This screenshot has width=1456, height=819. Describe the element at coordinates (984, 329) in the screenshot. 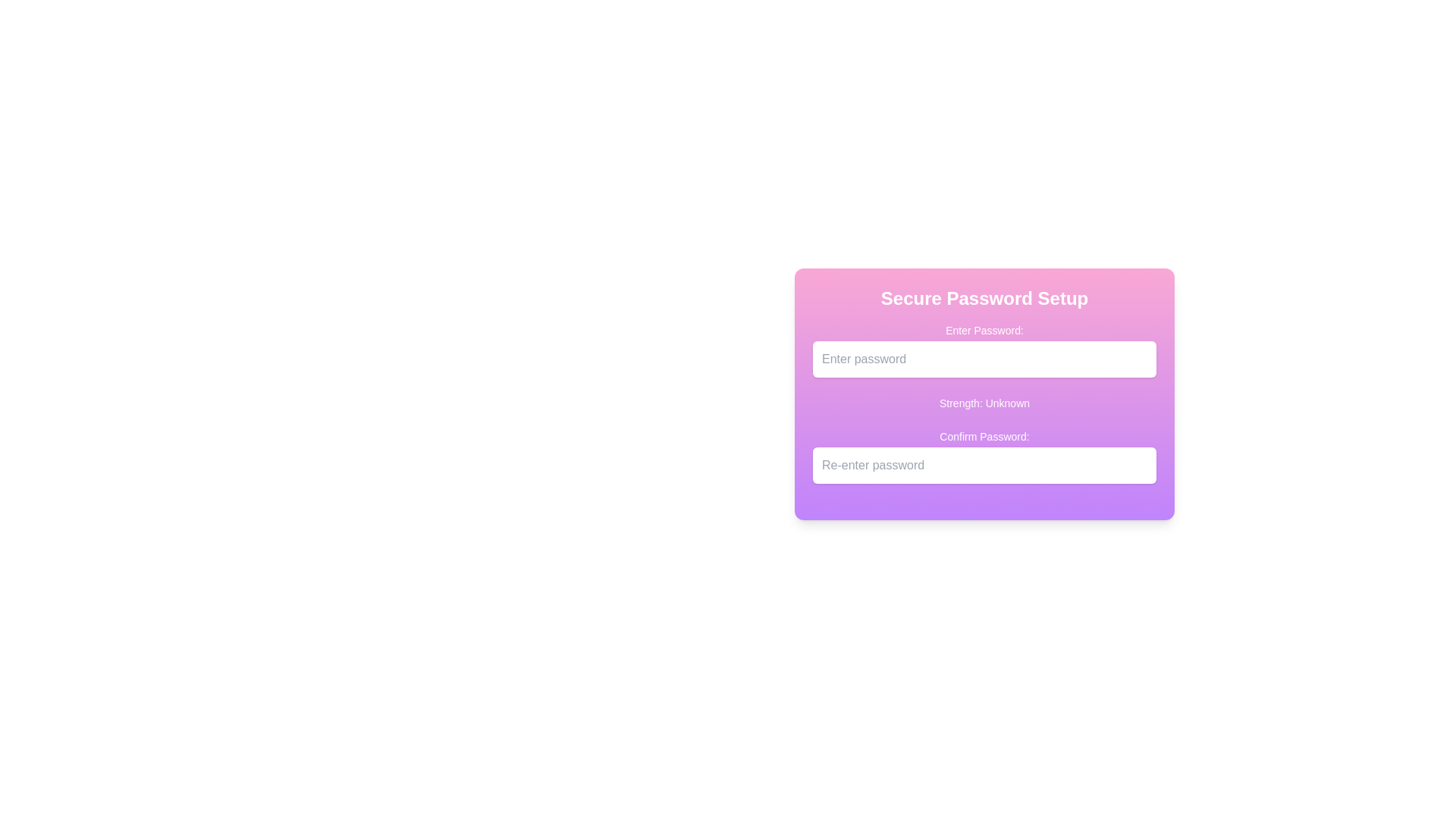

I see `label that provides context and instructions for the password input field located within the 'Secure Password Setup' form, positioned above the password input field` at that location.